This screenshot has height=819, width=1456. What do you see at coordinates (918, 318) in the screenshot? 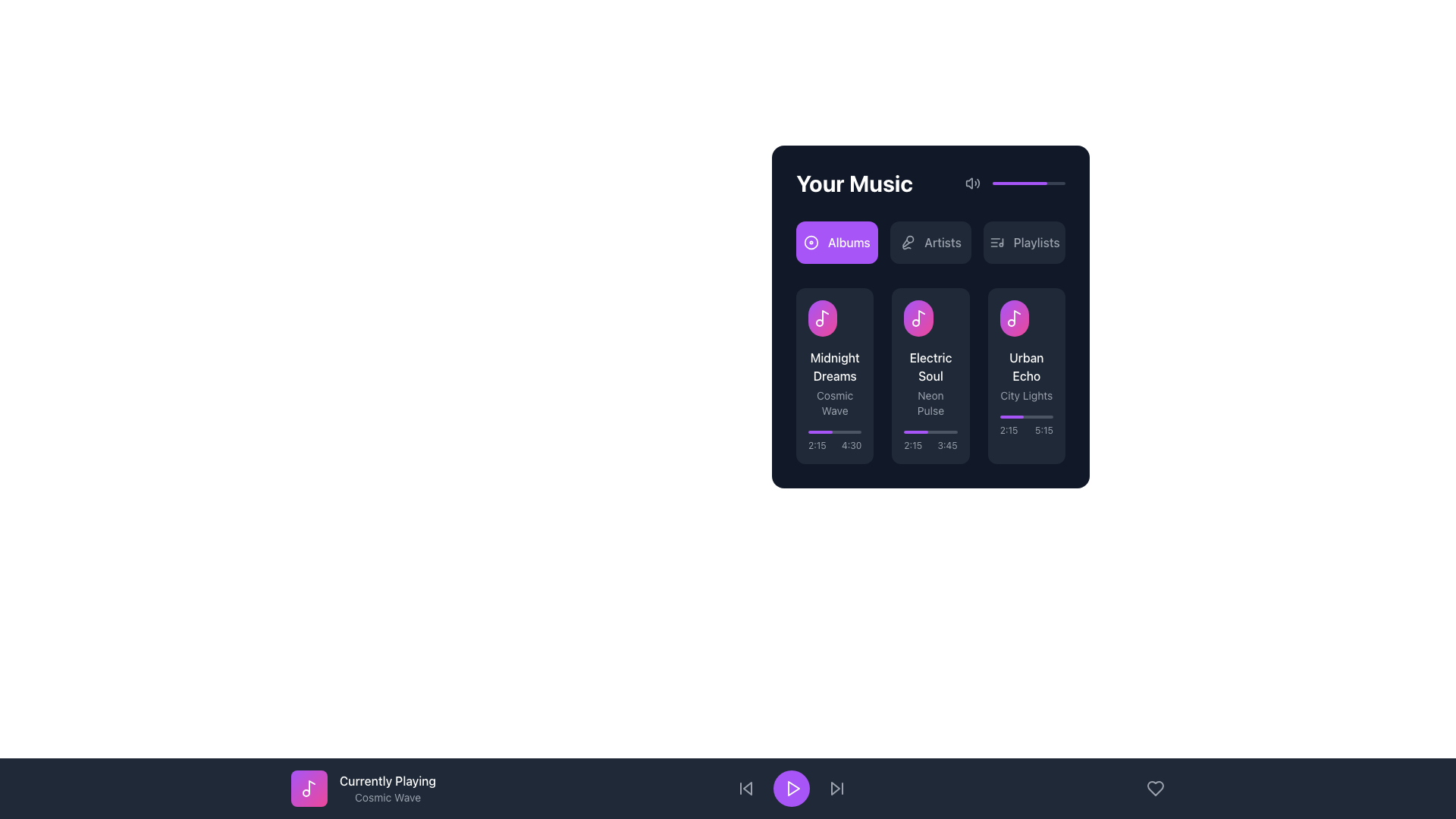
I see `the musical note icon with a white stroke located in the center of the 'Electric Soul' card in the 'Your Music' section` at bounding box center [918, 318].